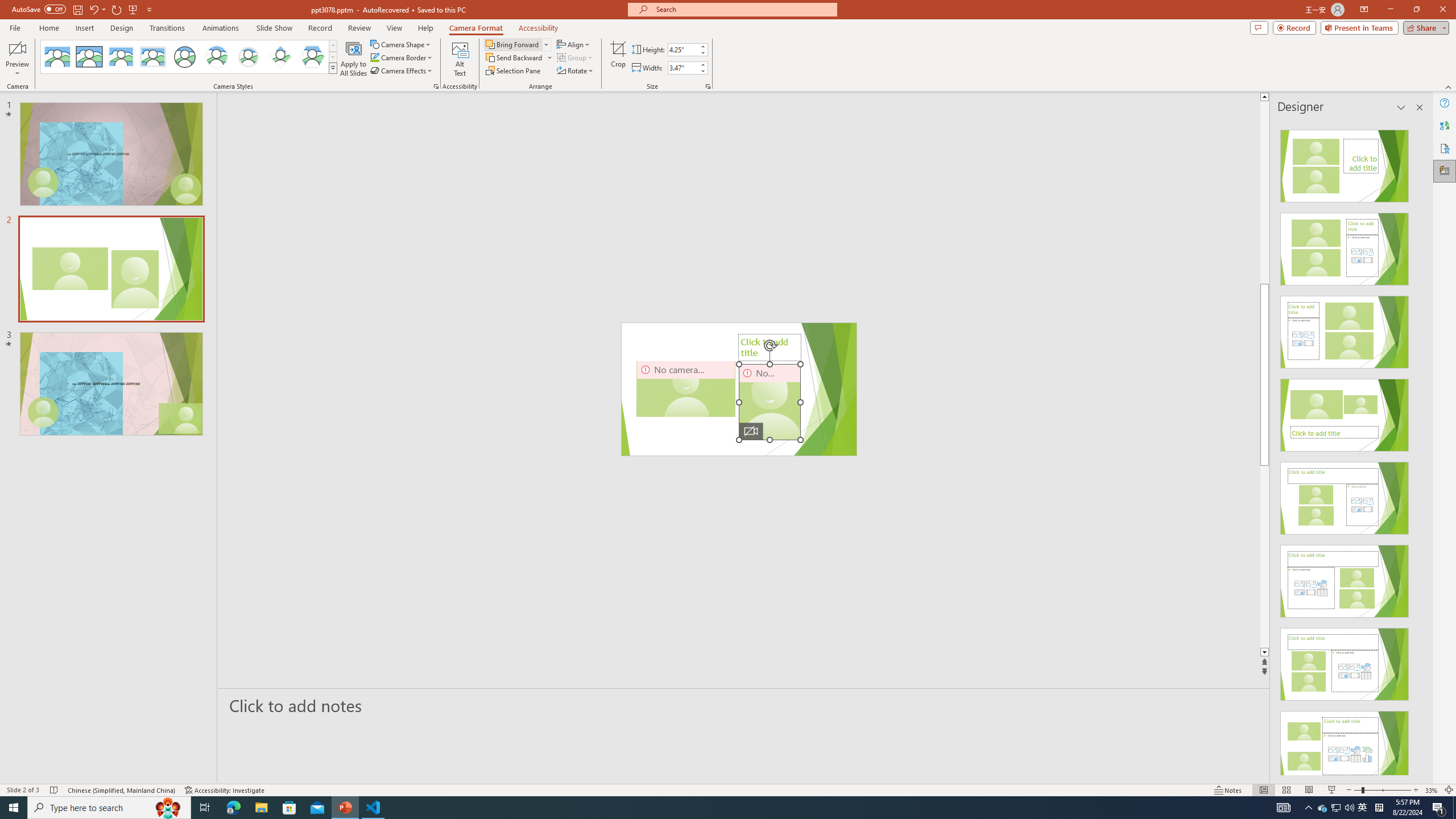 This screenshot has height=819, width=1456. What do you see at coordinates (1431, 790) in the screenshot?
I see `'Zoom 33%'` at bounding box center [1431, 790].